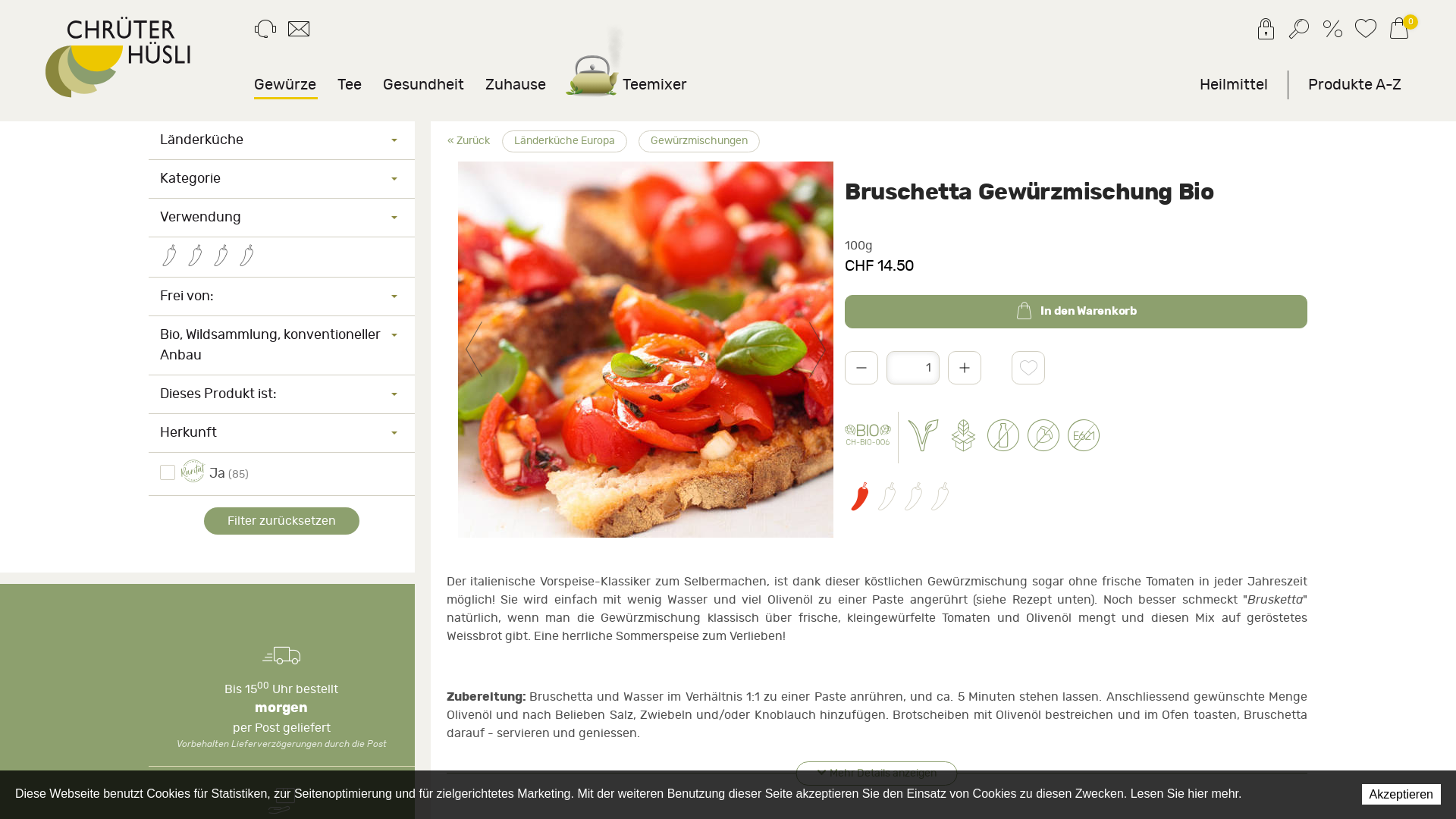 The height and width of the screenshot is (819, 1456). Describe the element at coordinates (626, 84) in the screenshot. I see `'Teemixer'` at that location.